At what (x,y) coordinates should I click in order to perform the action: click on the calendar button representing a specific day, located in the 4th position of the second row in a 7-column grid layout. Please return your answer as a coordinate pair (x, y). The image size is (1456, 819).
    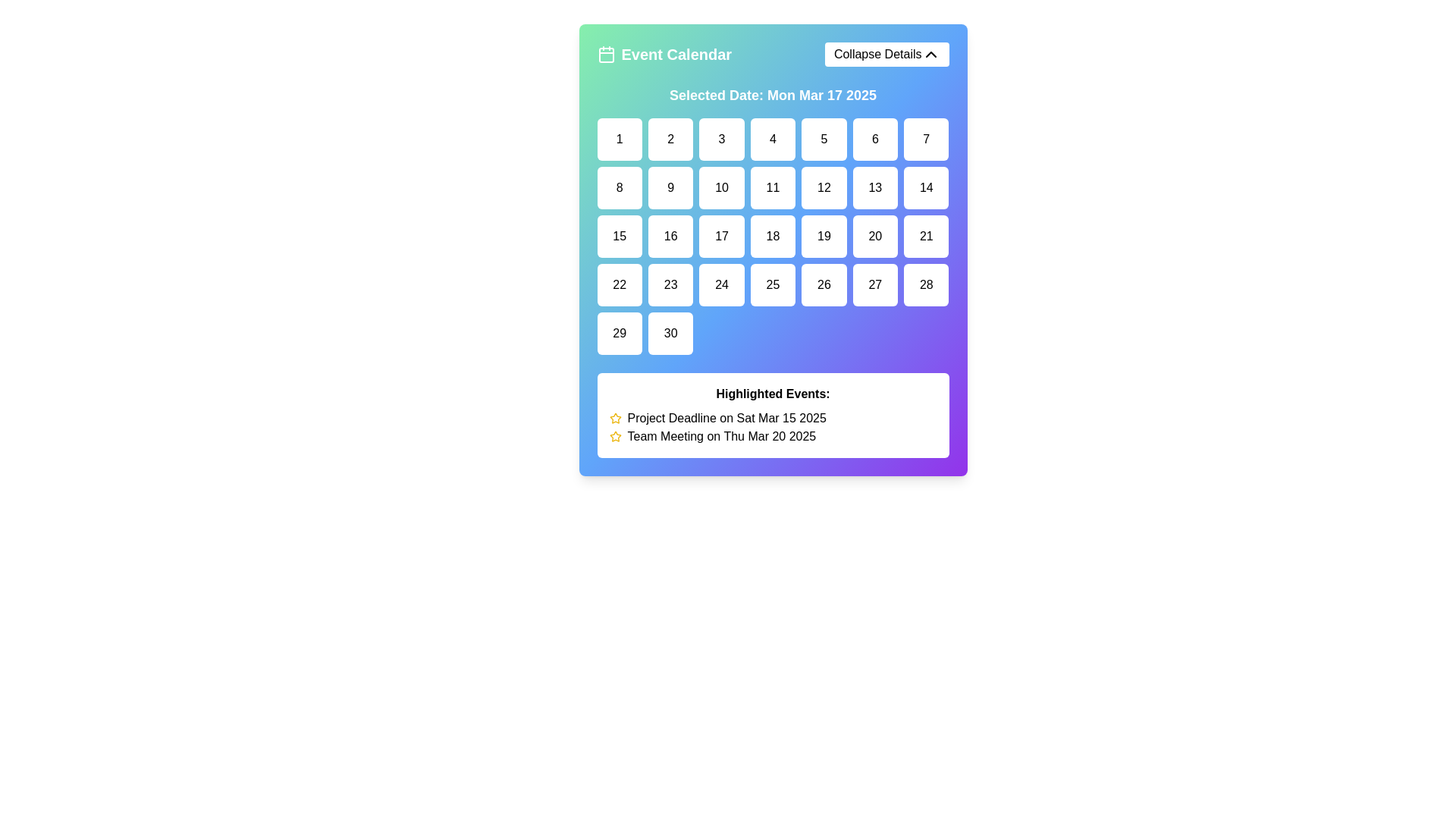
    Looking at the image, I should click on (773, 187).